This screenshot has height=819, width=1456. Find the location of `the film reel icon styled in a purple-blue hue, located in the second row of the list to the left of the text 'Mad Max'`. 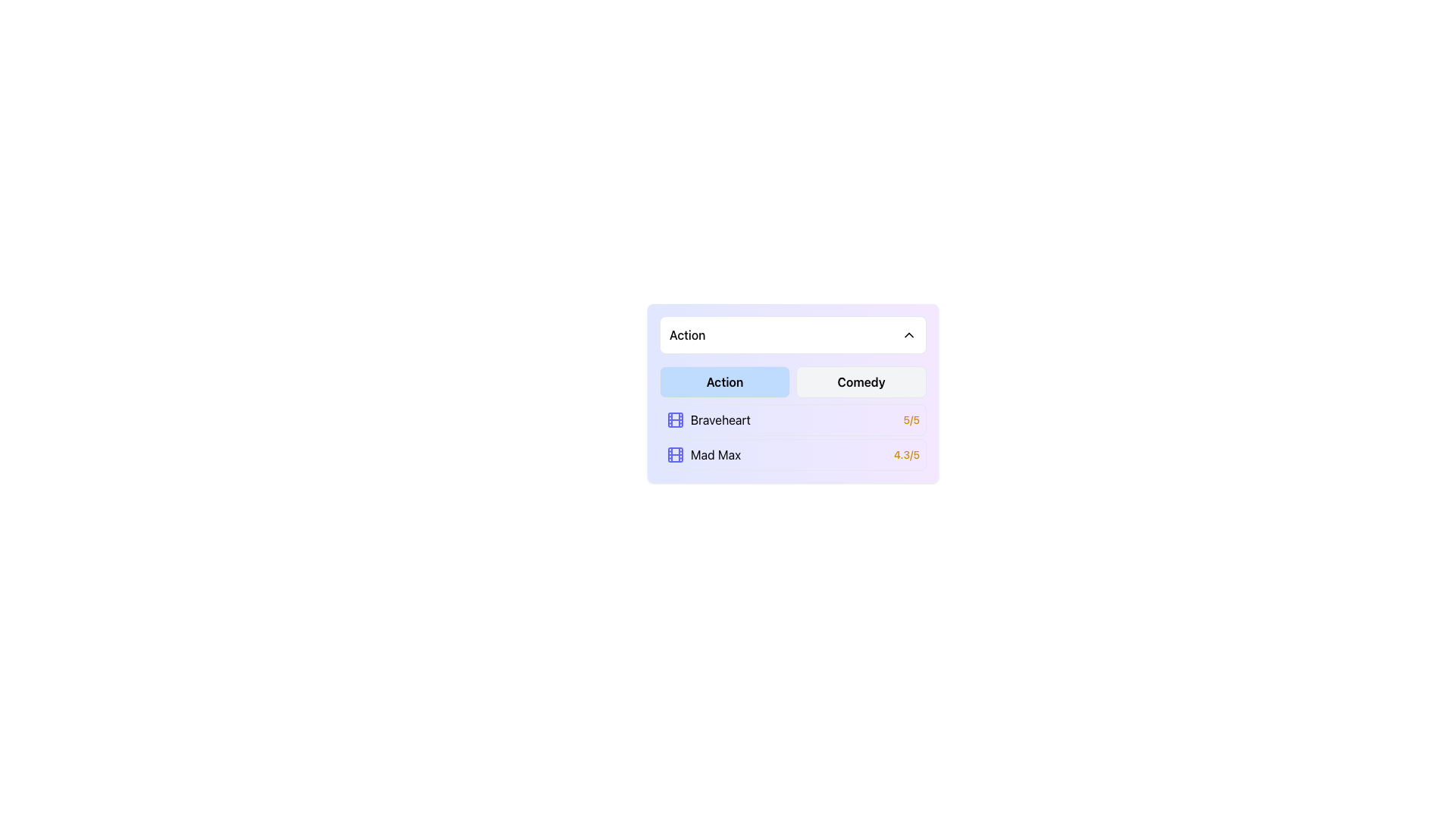

the film reel icon styled in a purple-blue hue, located in the second row of the list to the left of the text 'Mad Max' is located at coordinates (675, 454).